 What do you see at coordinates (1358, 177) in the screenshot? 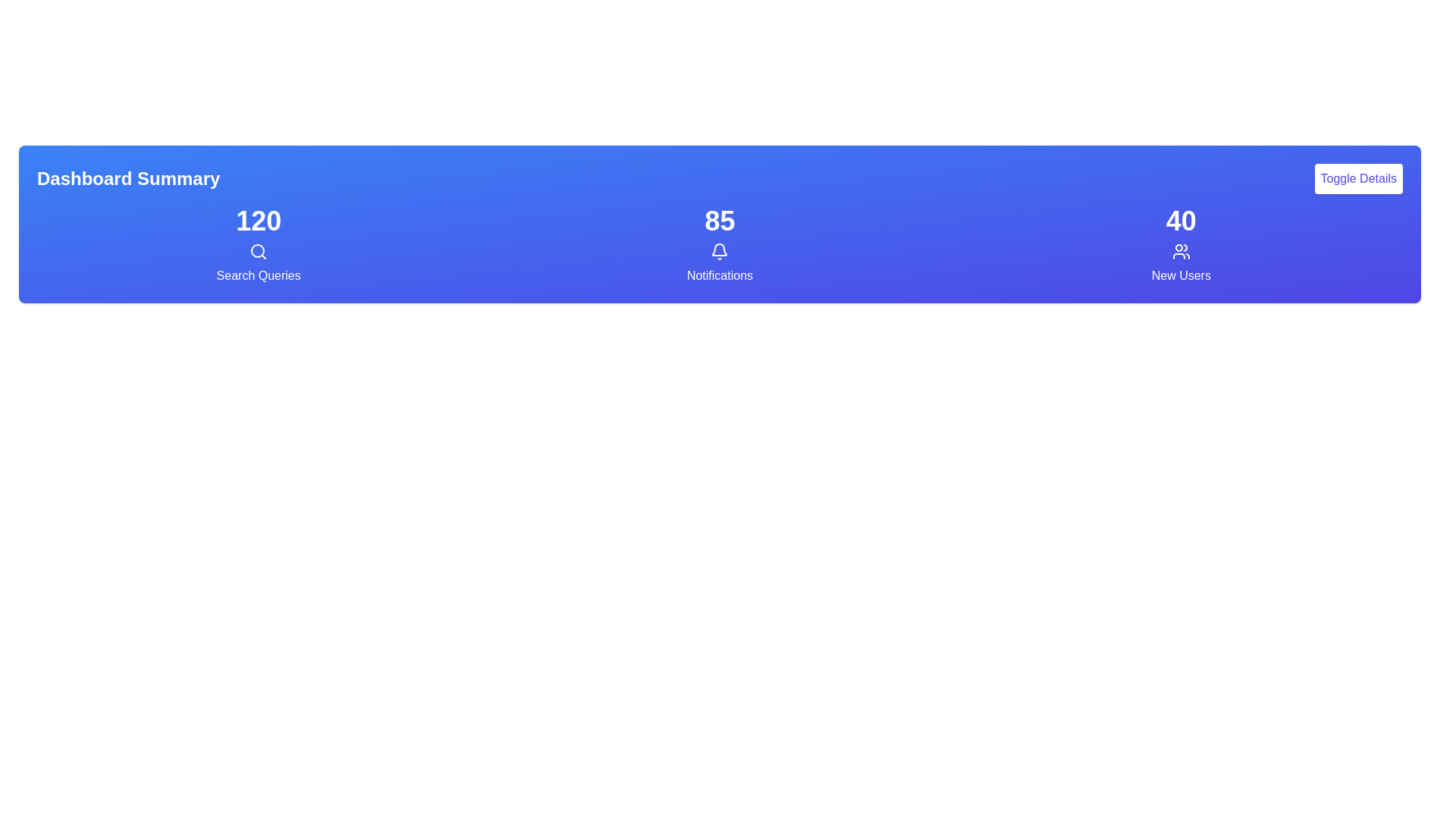
I see `the button located on the right side of the header section titled 'Dashboard Summary'` at bounding box center [1358, 177].